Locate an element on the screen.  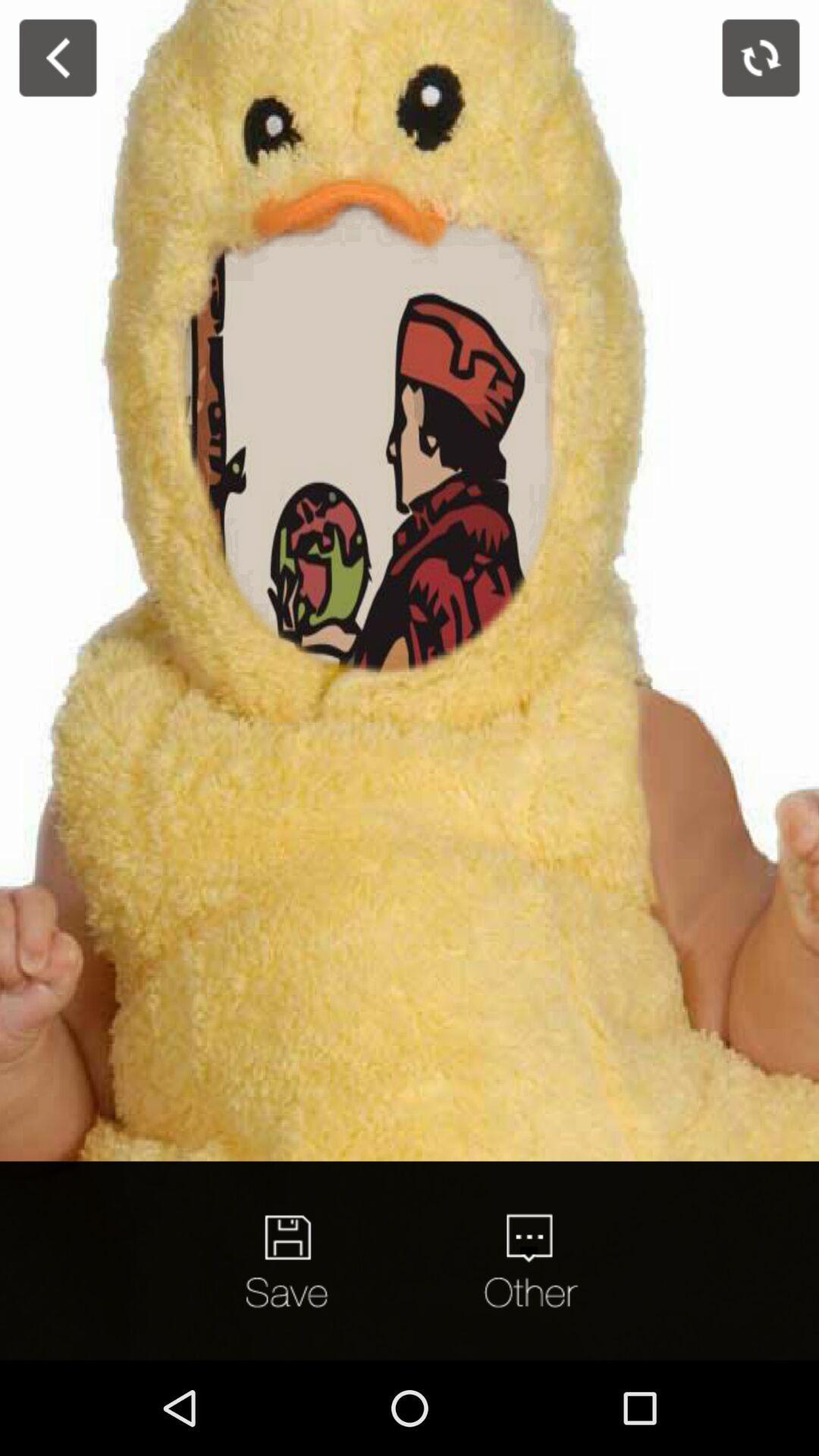
your creation is located at coordinates (290, 1260).